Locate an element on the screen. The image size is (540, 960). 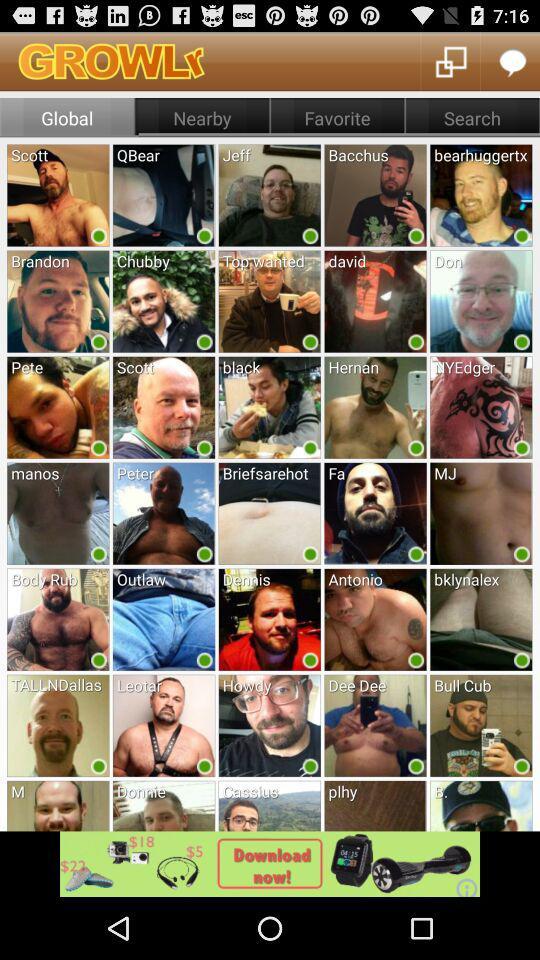
the chat icon is located at coordinates (511, 65).